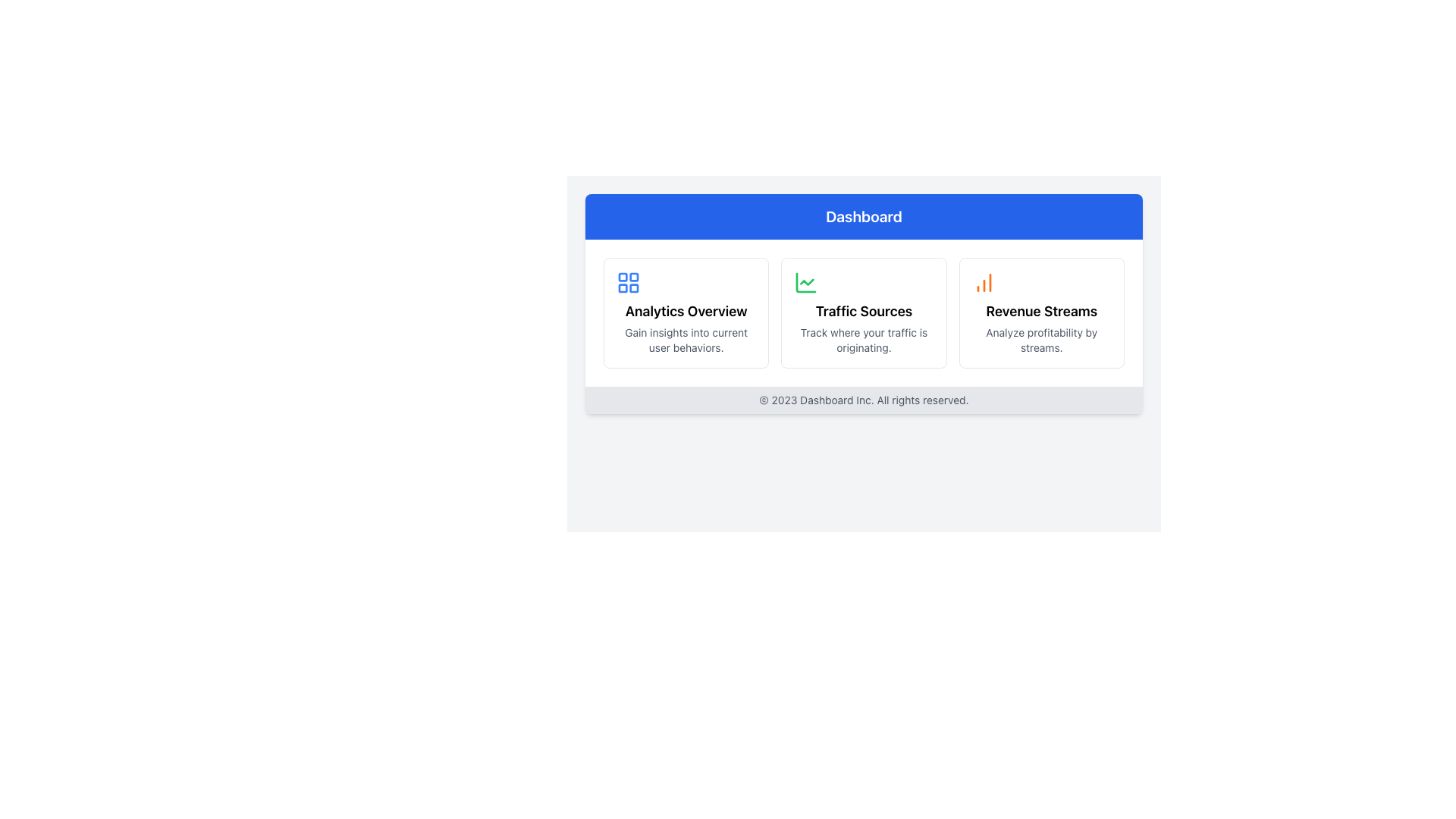 This screenshot has height=819, width=1456. Describe the element at coordinates (864, 400) in the screenshot. I see `the text label that reads '© 2023 Dashboard Inc. All rights reserved.' which is centrally aligned at the bottom of the interface with a light gray background` at that location.